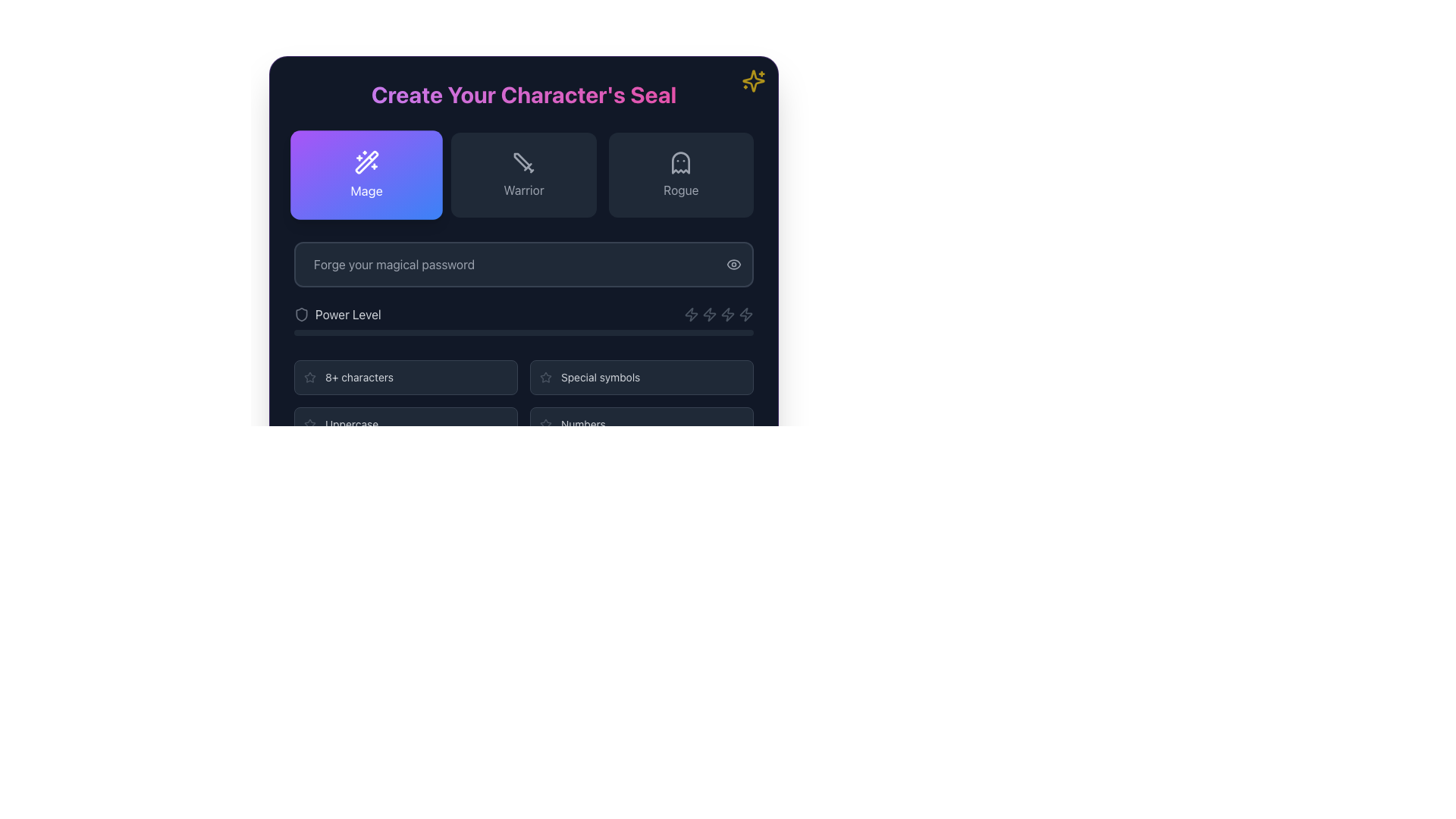 The height and width of the screenshot is (819, 1456). I want to click on the eye-shaped button located to the far right inside the password input field labeled 'Forge your magical password' to change its color to purple, so click(734, 263).